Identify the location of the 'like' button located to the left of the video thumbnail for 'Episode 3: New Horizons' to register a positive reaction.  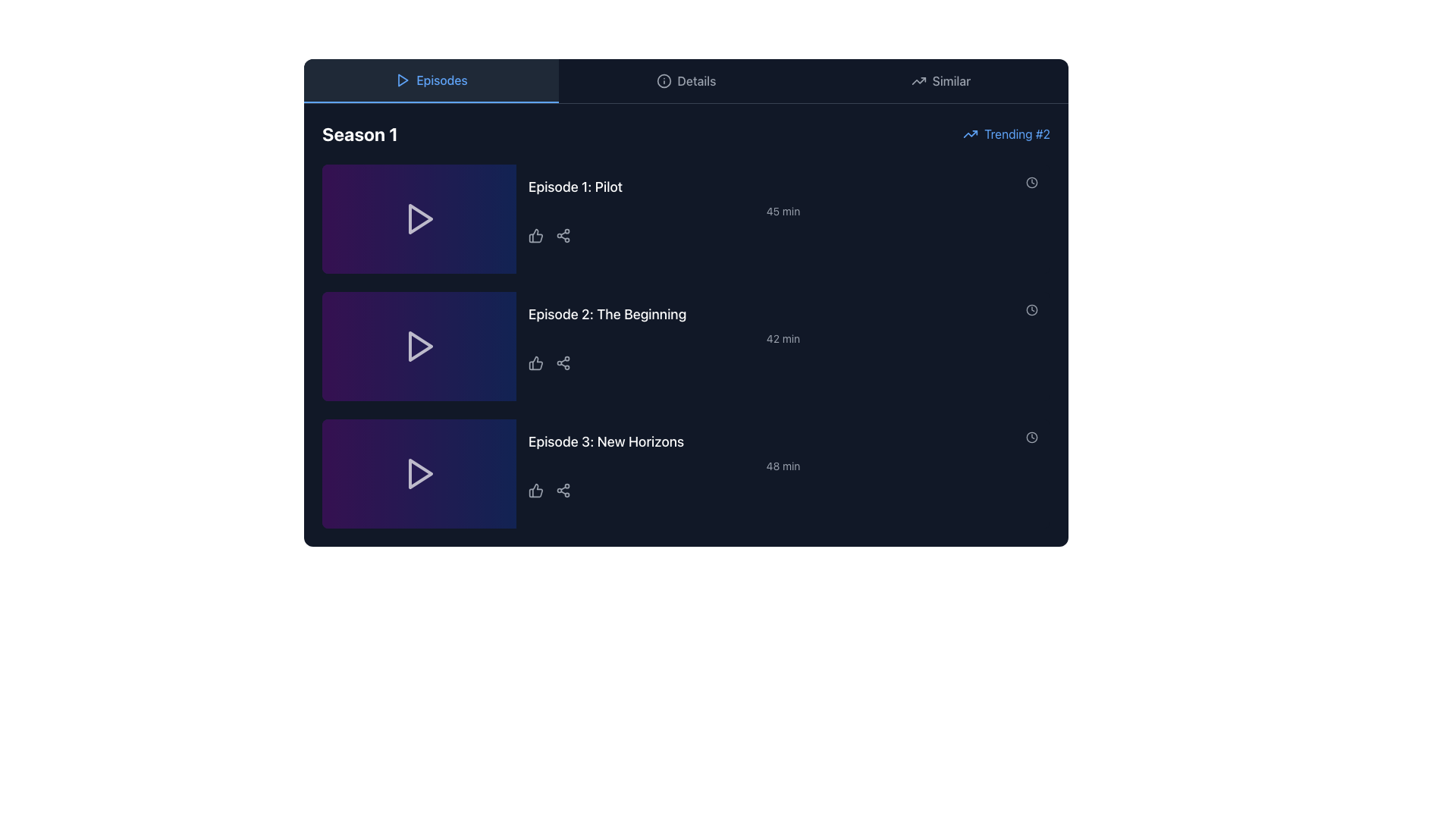
(535, 491).